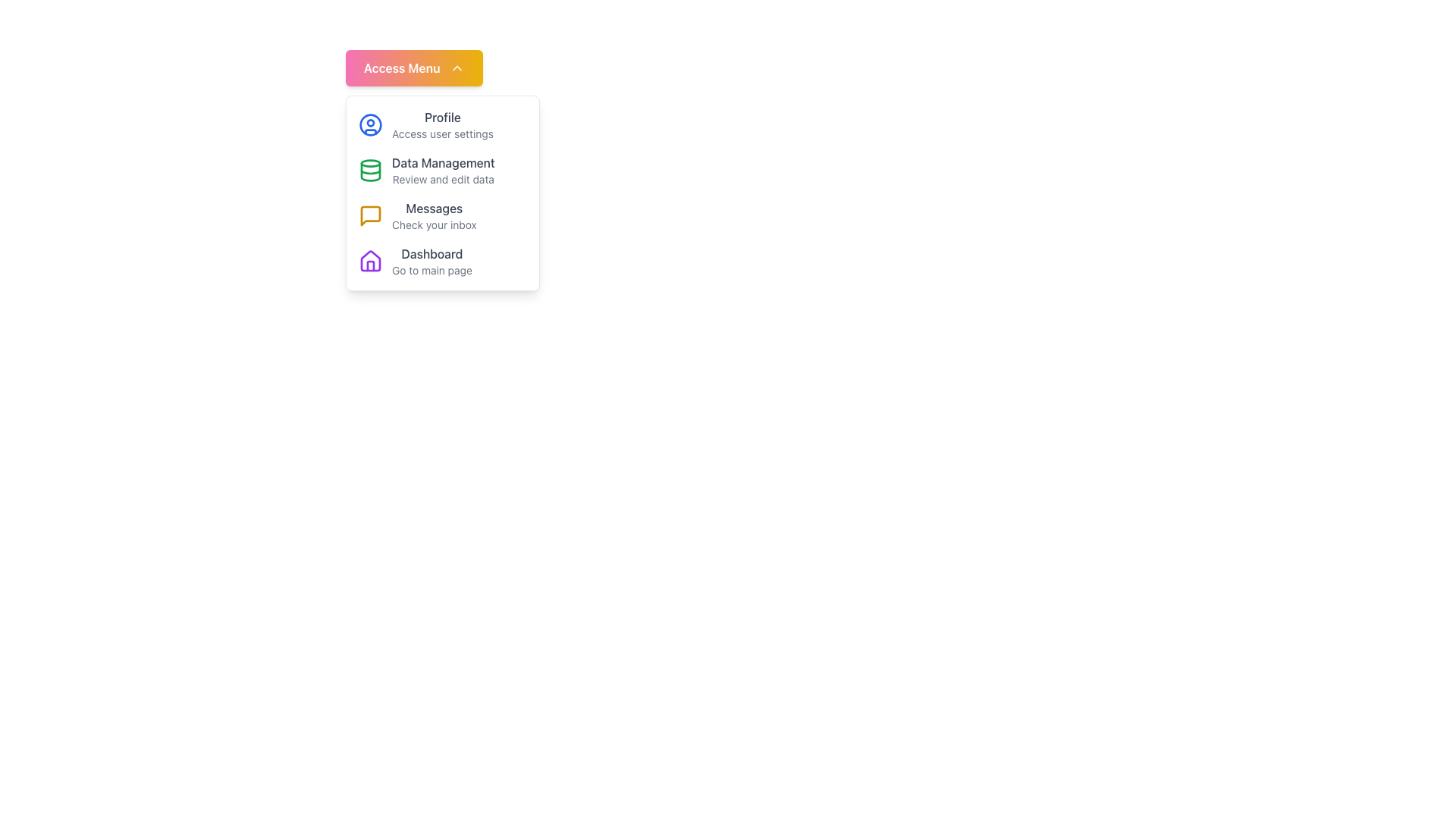  What do you see at coordinates (442, 216) in the screenshot?
I see `the 'Messages' menu item, which features a yellow message bubble icon and text indicating 'Messages' and 'Check your inbox'` at bounding box center [442, 216].